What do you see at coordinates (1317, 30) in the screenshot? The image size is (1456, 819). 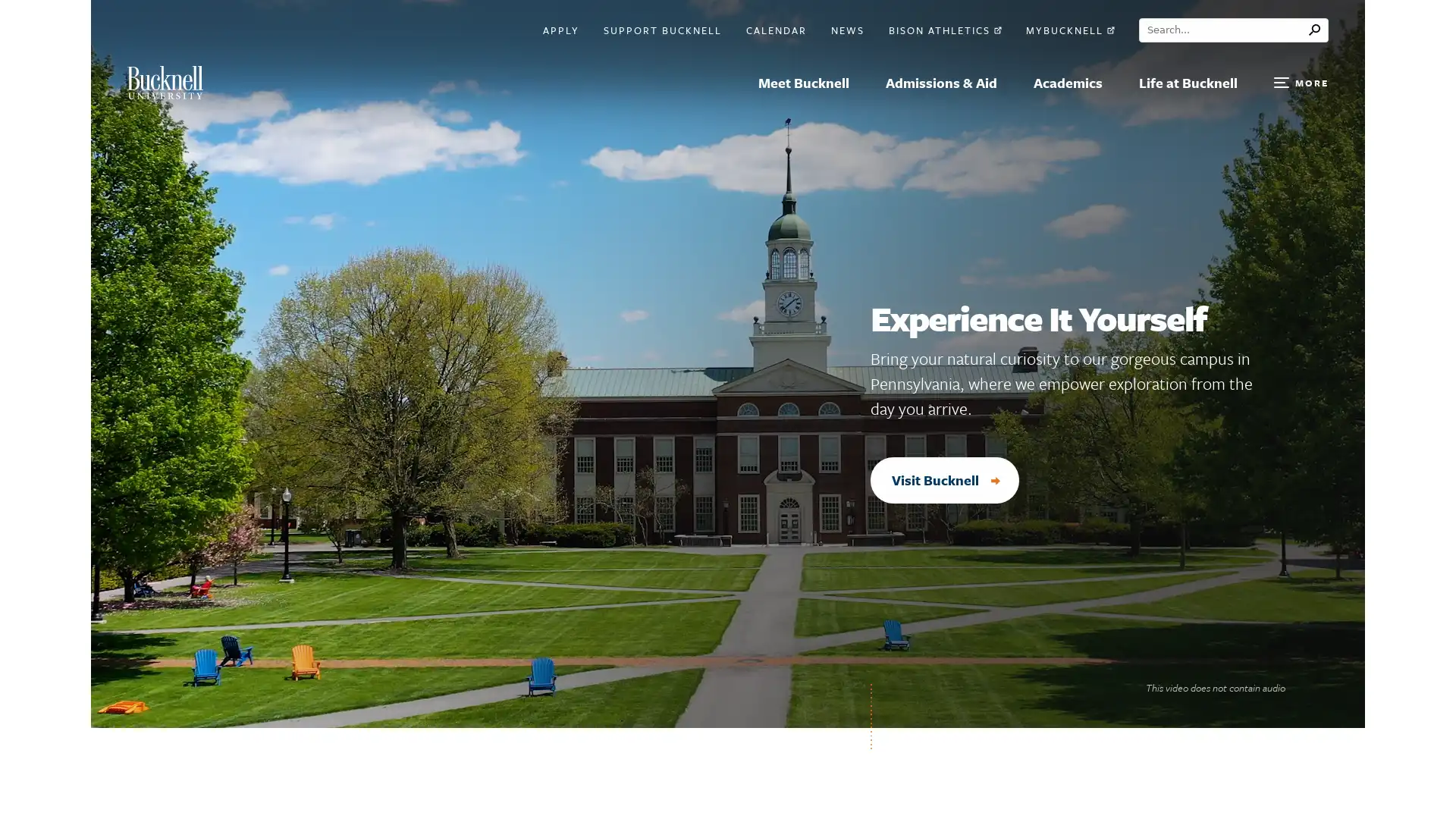 I see `Submit` at bounding box center [1317, 30].